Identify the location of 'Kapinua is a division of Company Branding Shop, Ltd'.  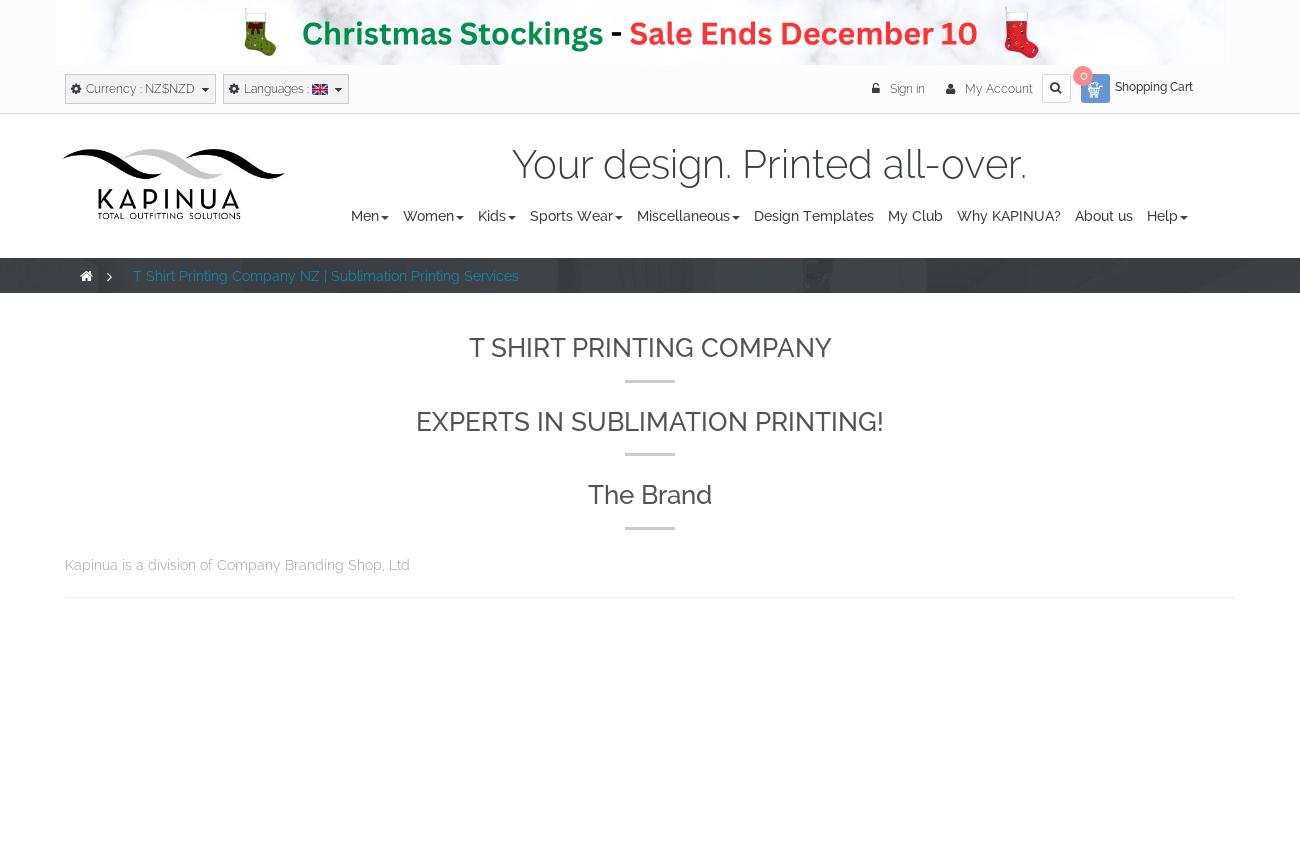
(65, 563).